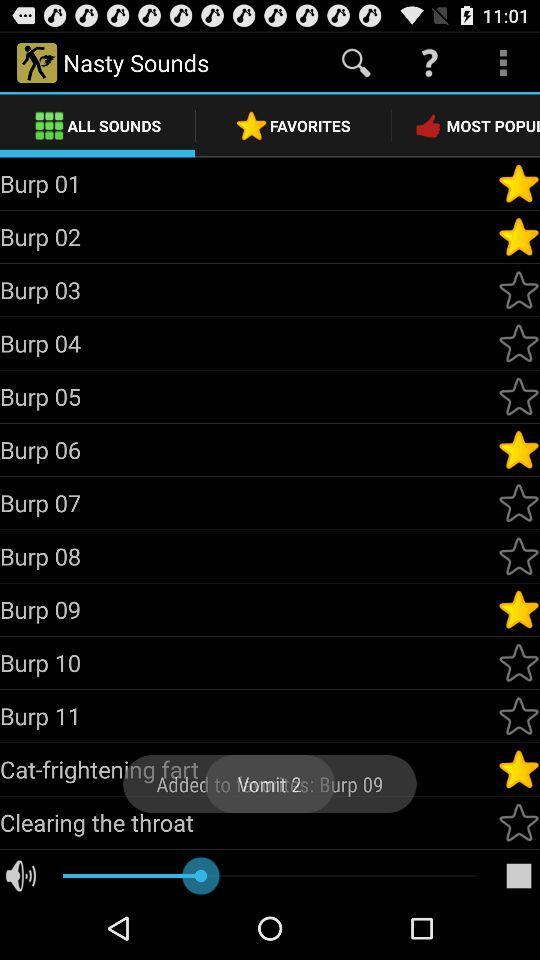 The width and height of the screenshot is (540, 960). What do you see at coordinates (518, 716) in the screenshot?
I see `favorite` at bounding box center [518, 716].